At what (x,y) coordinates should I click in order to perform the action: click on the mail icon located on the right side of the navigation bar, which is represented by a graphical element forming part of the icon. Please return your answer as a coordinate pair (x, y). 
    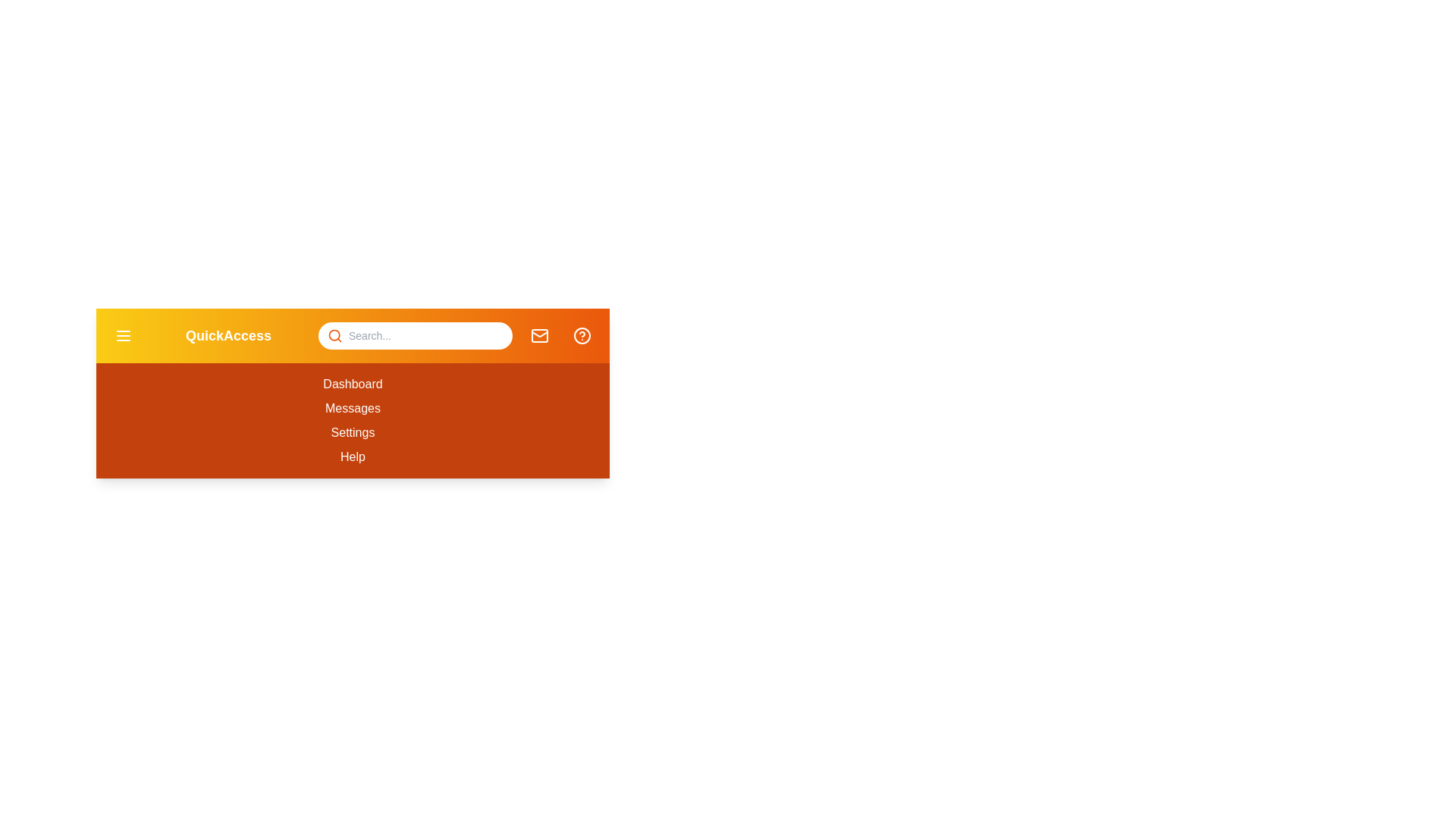
    Looking at the image, I should click on (539, 335).